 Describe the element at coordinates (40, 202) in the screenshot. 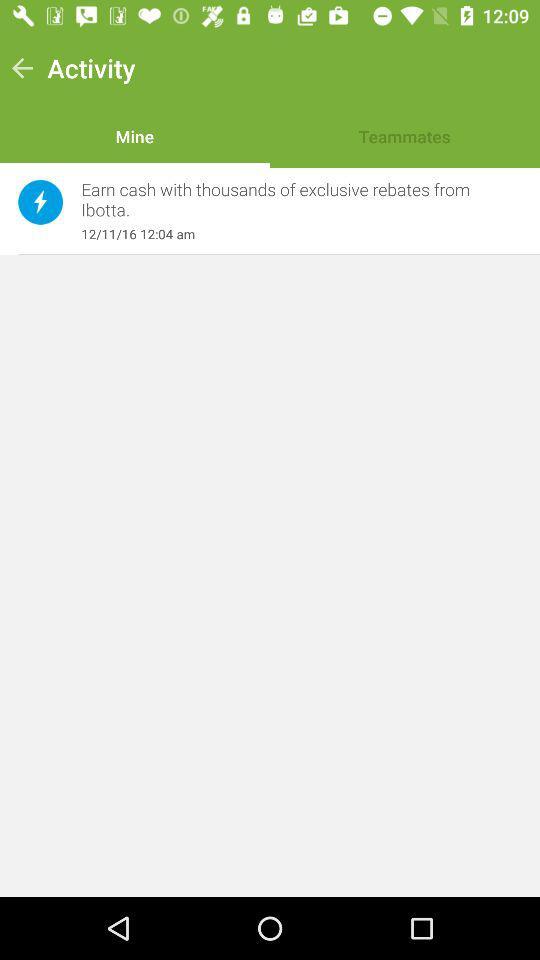

I see `the item next to earn cash with item` at that location.